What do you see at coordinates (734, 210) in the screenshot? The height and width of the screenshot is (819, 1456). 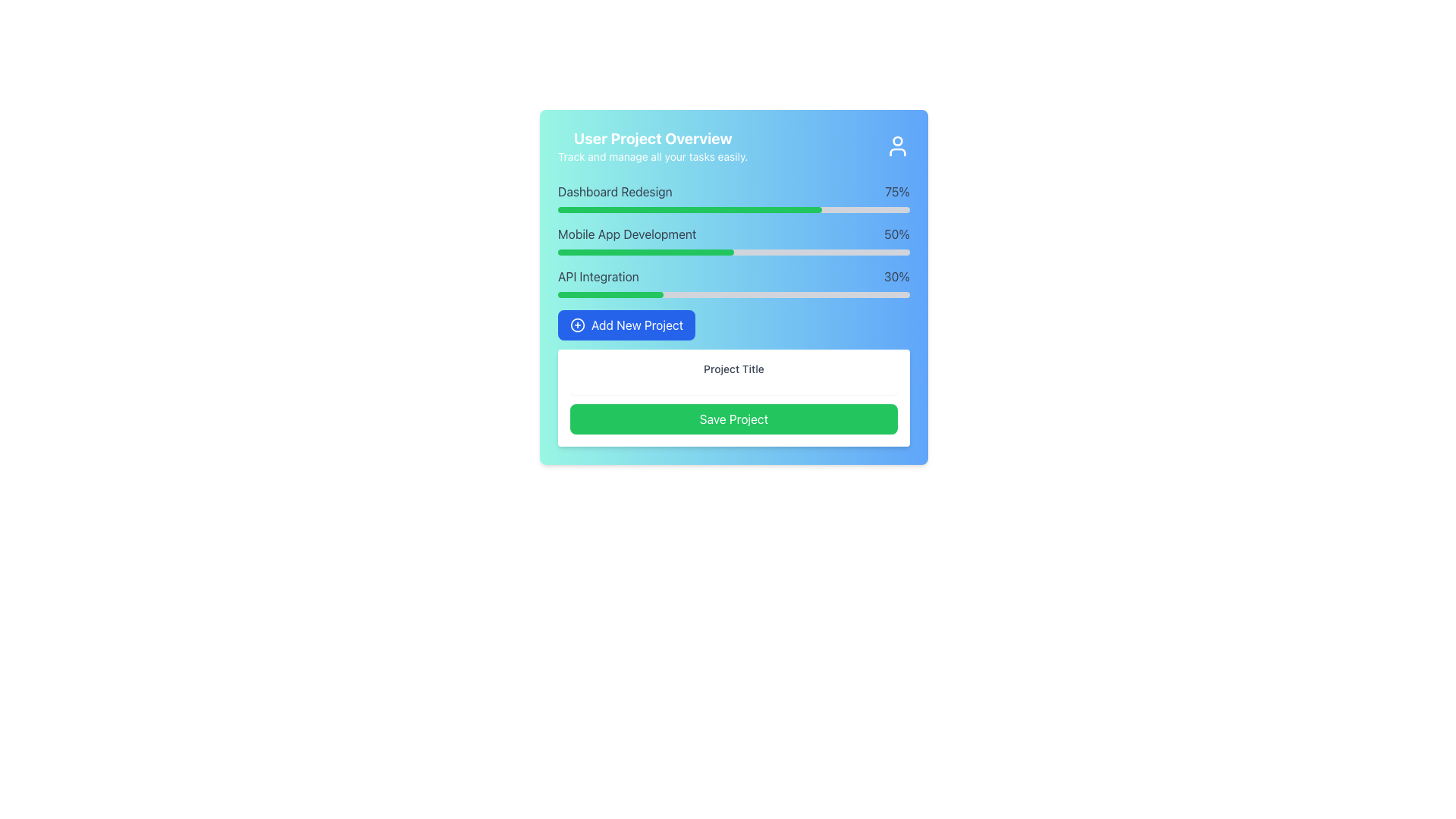 I see `the progress bar indicating 75% completion for the task 'Dashboard Redesign', located in the first task row` at bounding box center [734, 210].